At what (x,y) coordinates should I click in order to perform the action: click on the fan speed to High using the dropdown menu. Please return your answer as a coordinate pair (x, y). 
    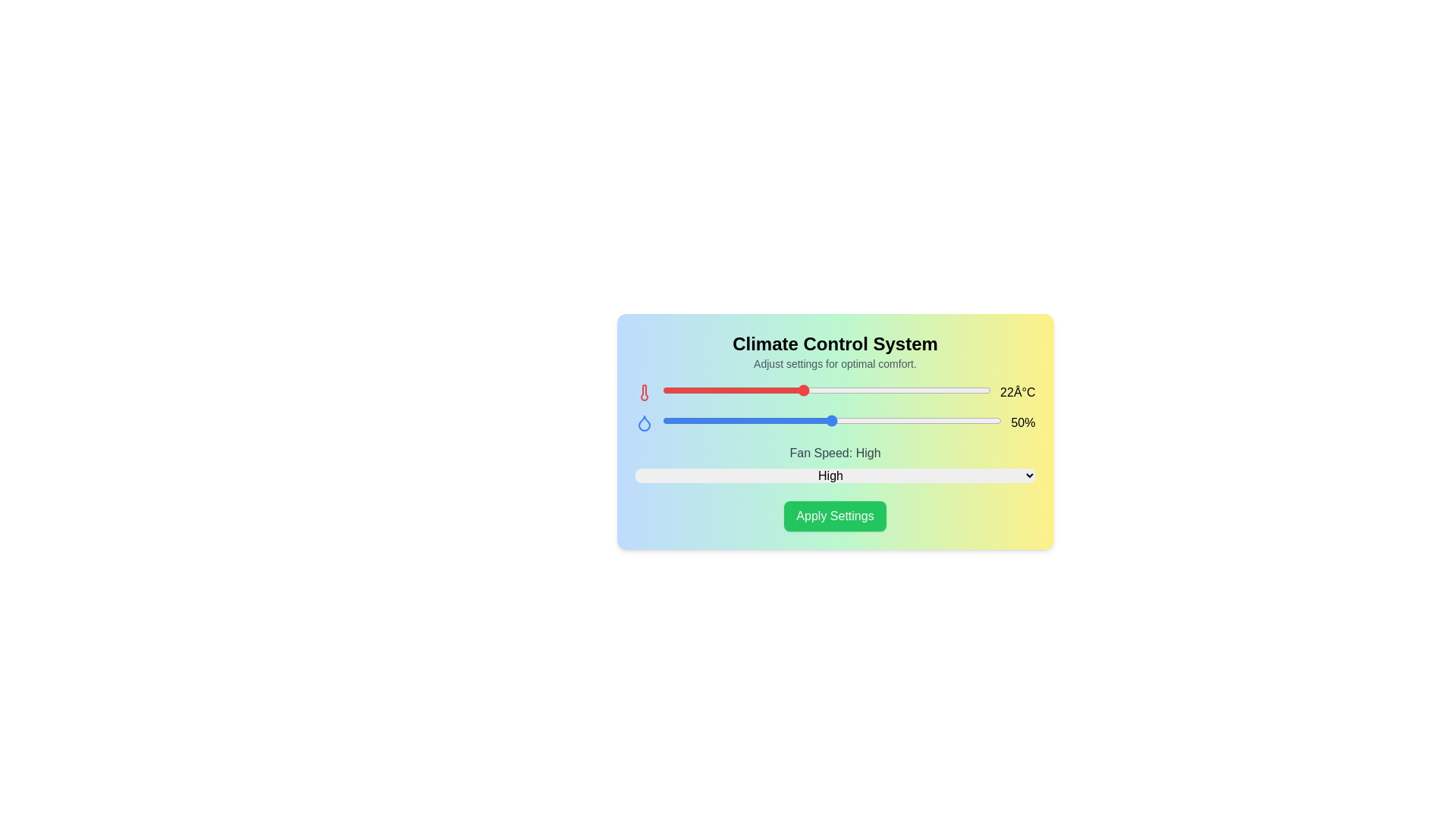
    Looking at the image, I should click on (834, 475).